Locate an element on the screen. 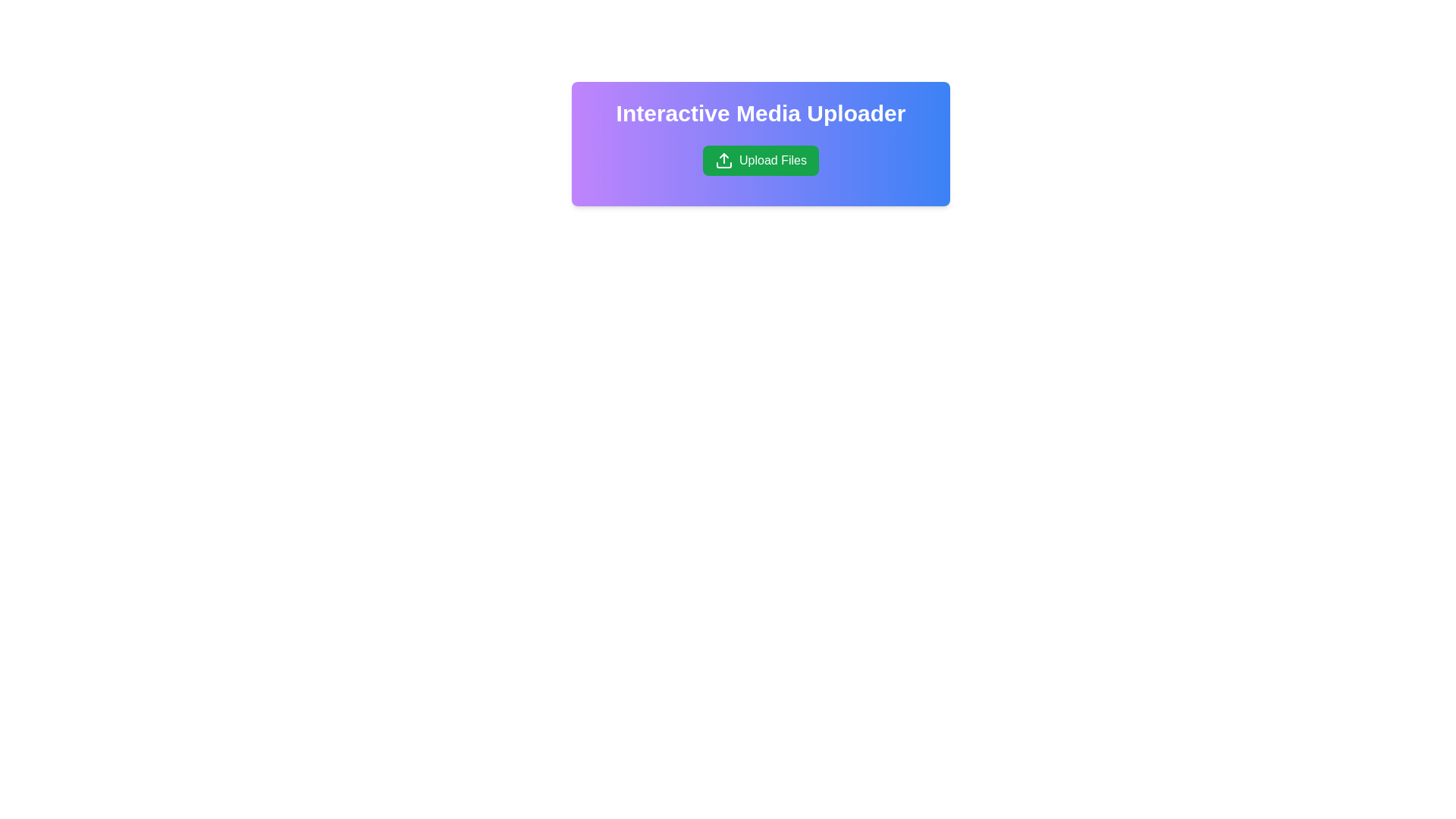 The width and height of the screenshot is (1456, 819). the introductory panel for the interactive media uploader is located at coordinates (761, 143).